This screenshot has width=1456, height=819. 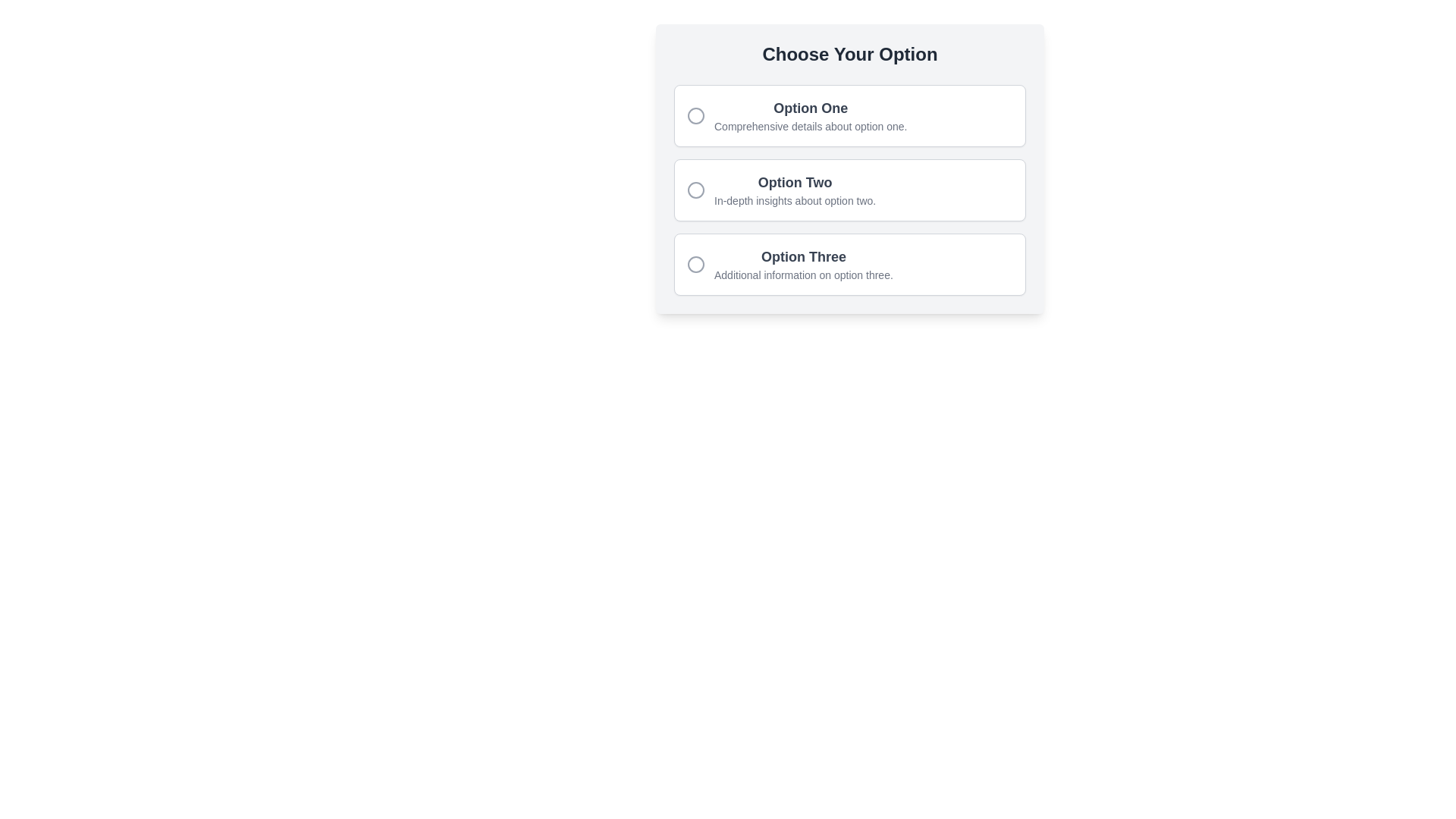 I want to click on text saying 'Additional information on option three.' which is styled in a smaller gray font and located directly beneath the main label 'Option Three', so click(x=802, y=275).